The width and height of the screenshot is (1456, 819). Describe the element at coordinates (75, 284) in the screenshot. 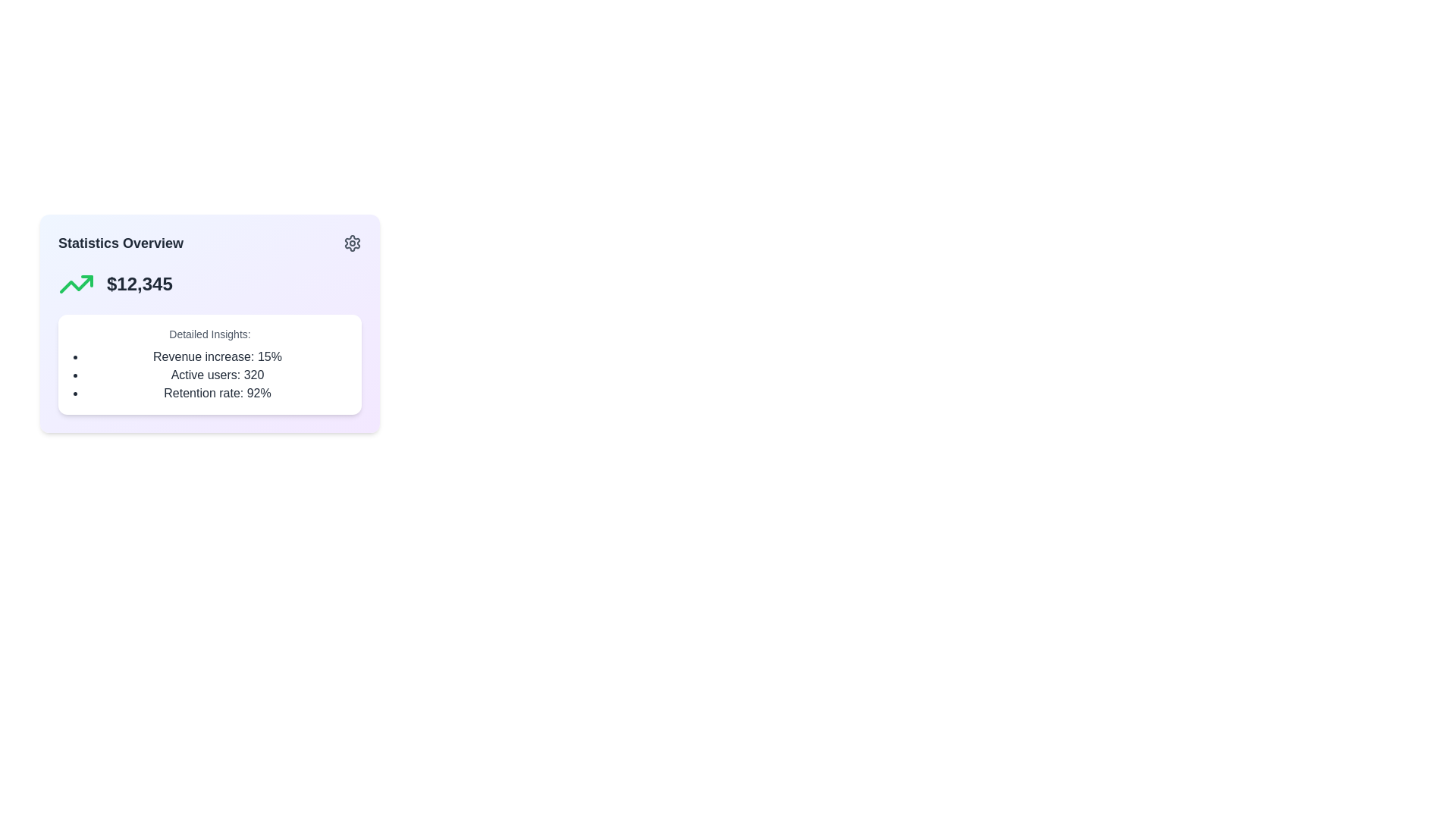

I see `the green arrow icon located to the left of the text '$12,345' in the 'Statistics Overview' dashboard for interaction` at that location.